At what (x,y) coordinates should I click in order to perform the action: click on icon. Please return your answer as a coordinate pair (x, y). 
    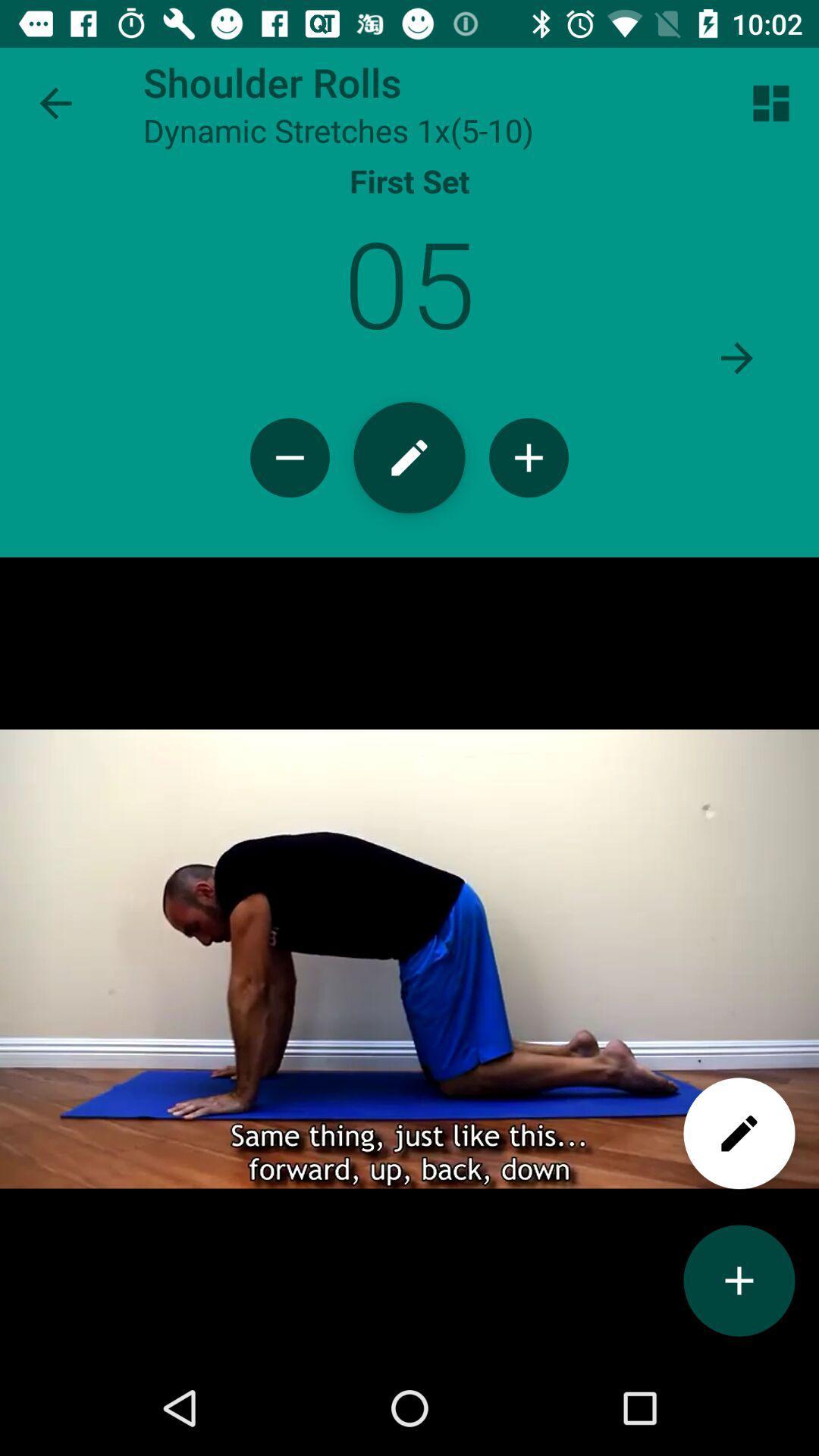
    Looking at the image, I should click on (528, 457).